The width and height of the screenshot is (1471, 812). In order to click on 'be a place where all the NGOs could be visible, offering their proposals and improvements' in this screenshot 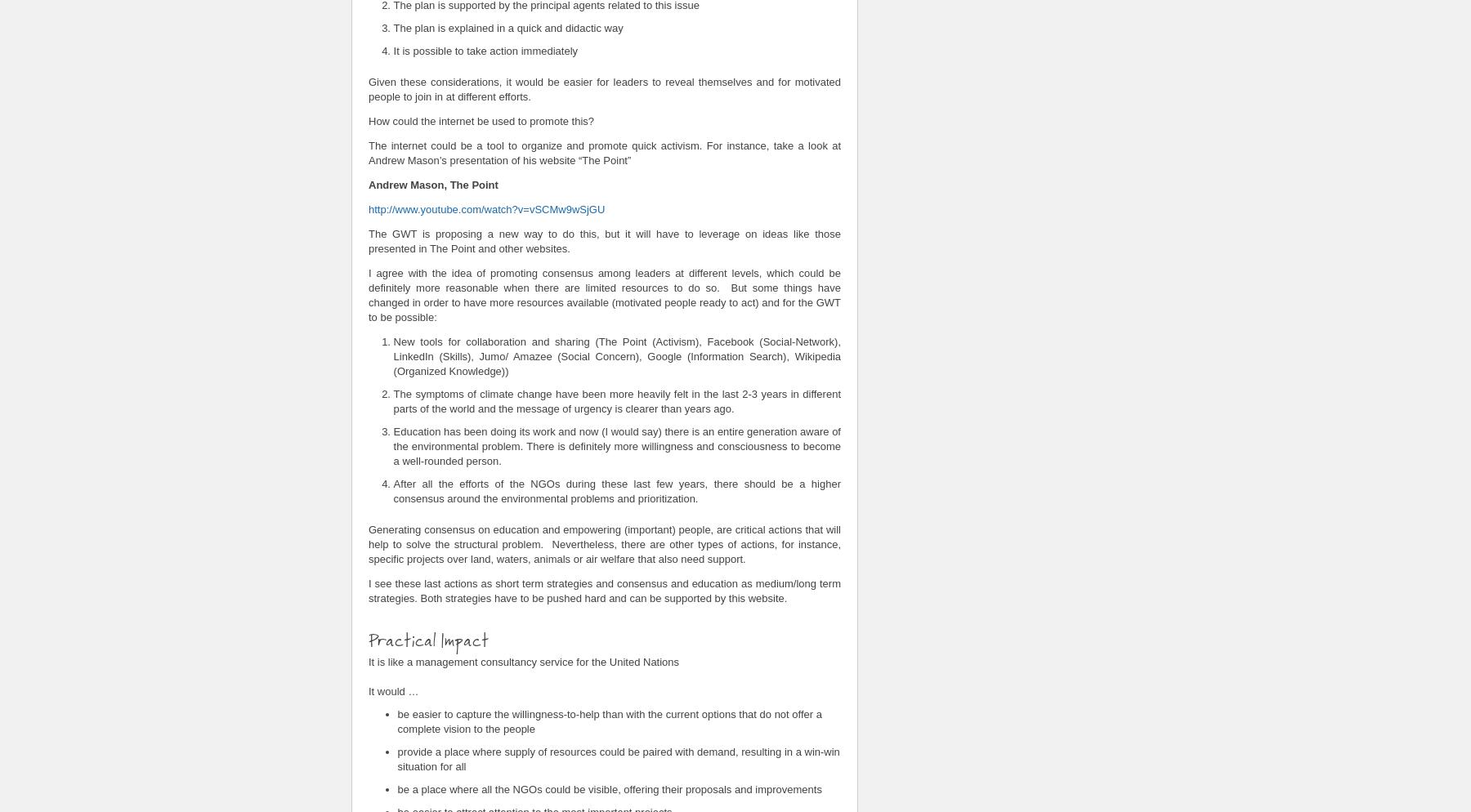, I will do `click(396, 787)`.